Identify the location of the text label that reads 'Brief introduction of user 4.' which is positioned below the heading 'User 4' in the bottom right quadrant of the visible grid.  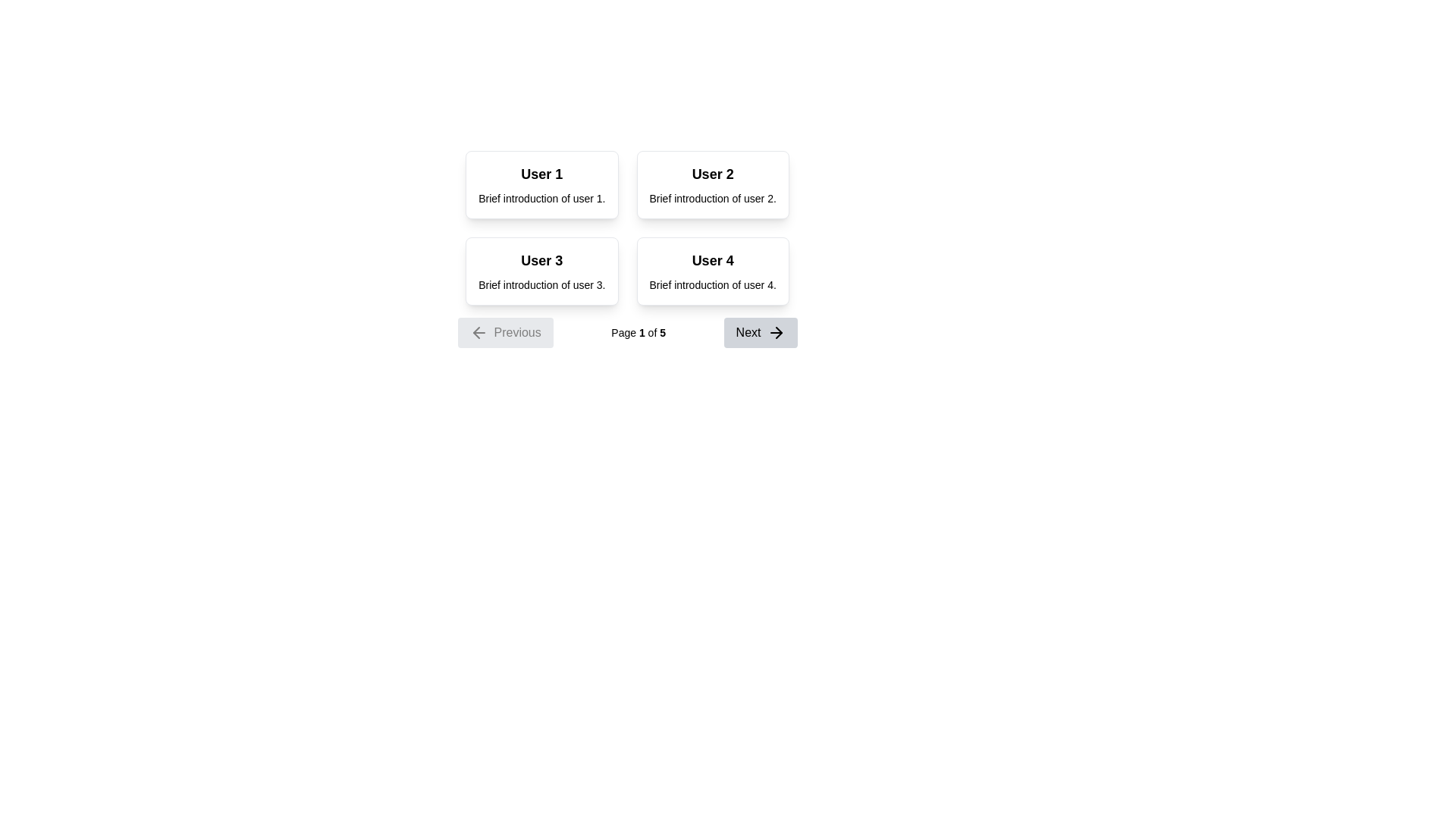
(712, 284).